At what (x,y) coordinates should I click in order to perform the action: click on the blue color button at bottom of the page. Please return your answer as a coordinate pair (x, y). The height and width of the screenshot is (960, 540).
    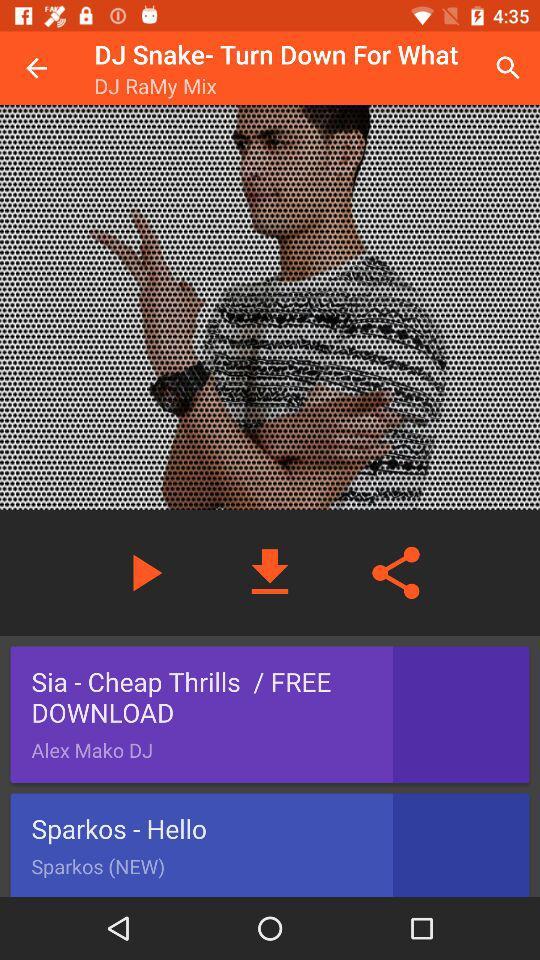
    Looking at the image, I should click on (270, 844).